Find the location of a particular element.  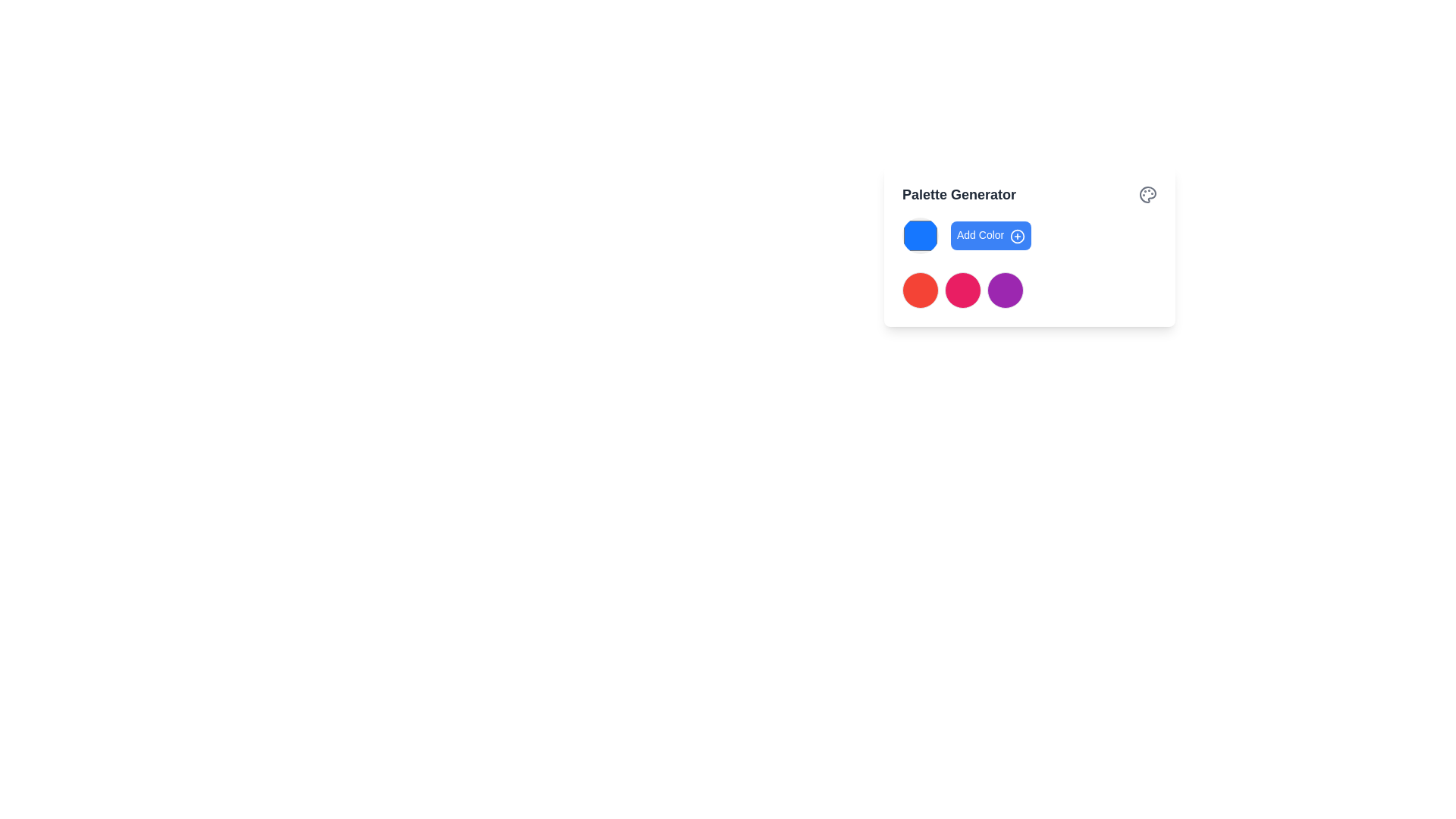

the painter's palette icon located at the upper-right corner of the 'Palette Generator' section is located at coordinates (1147, 194).